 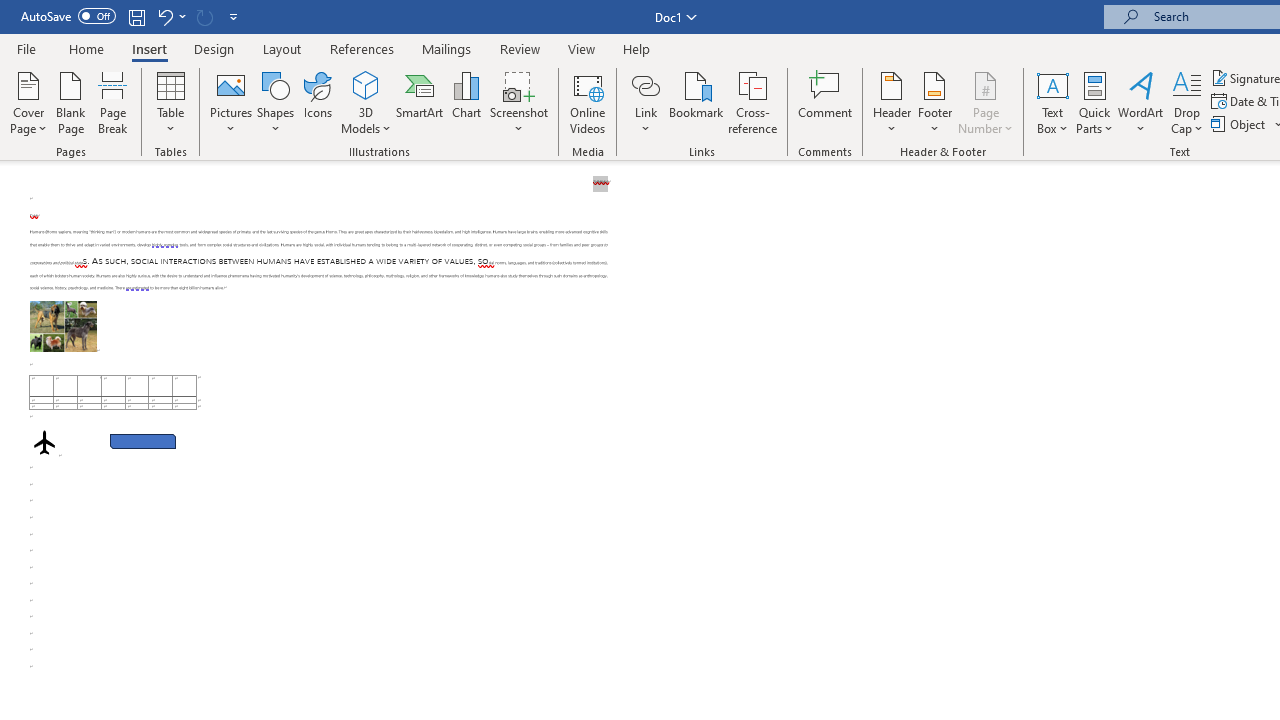 What do you see at coordinates (231, 103) in the screenshot?
I see `'Pictures'` at bounding box center [231, 103].